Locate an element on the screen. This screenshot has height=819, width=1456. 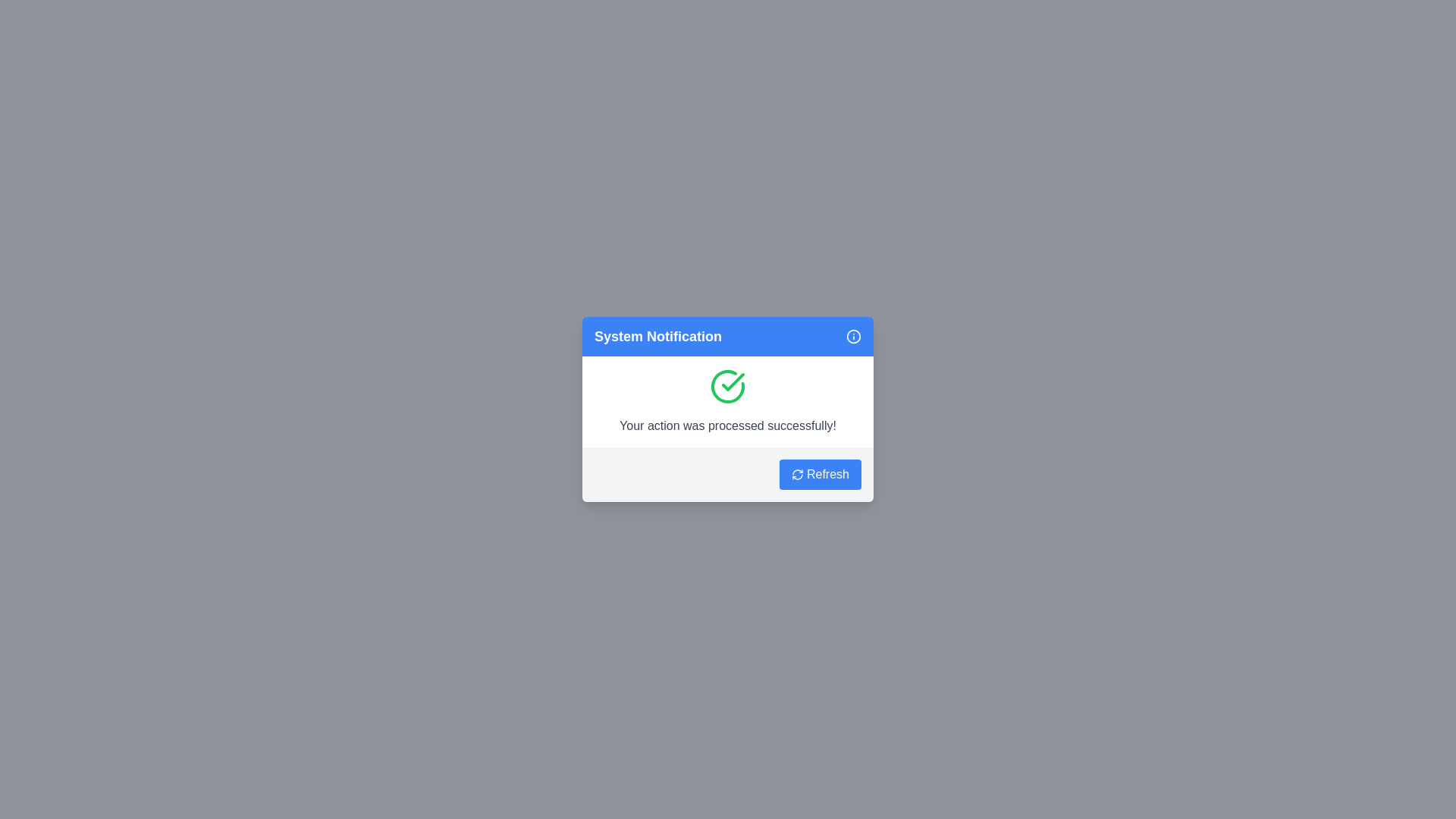
the success icon in the notification dialog is located at coordinates (728, 385).